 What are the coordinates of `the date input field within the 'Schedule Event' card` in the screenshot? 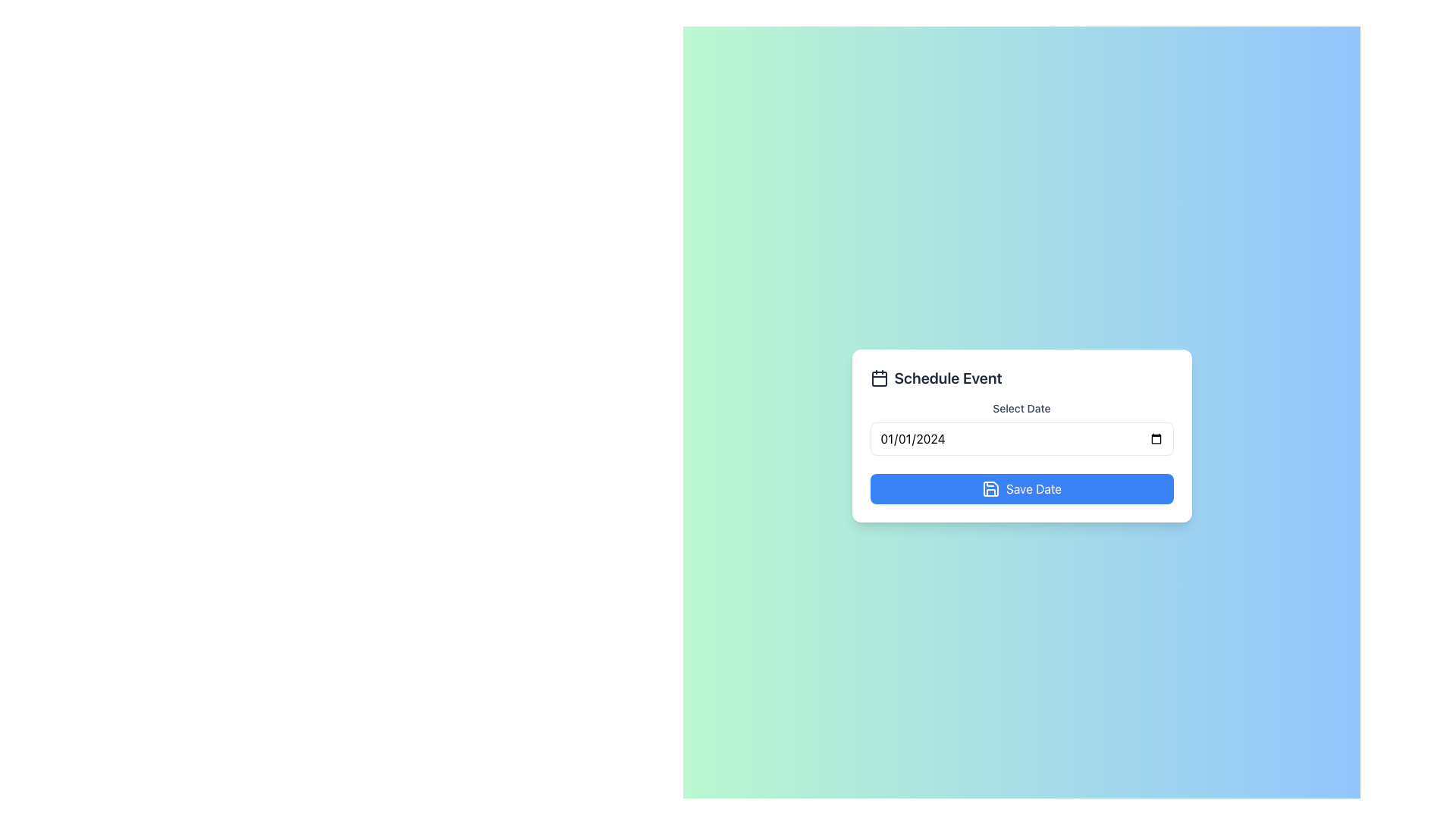 It's located at (1021, 452).